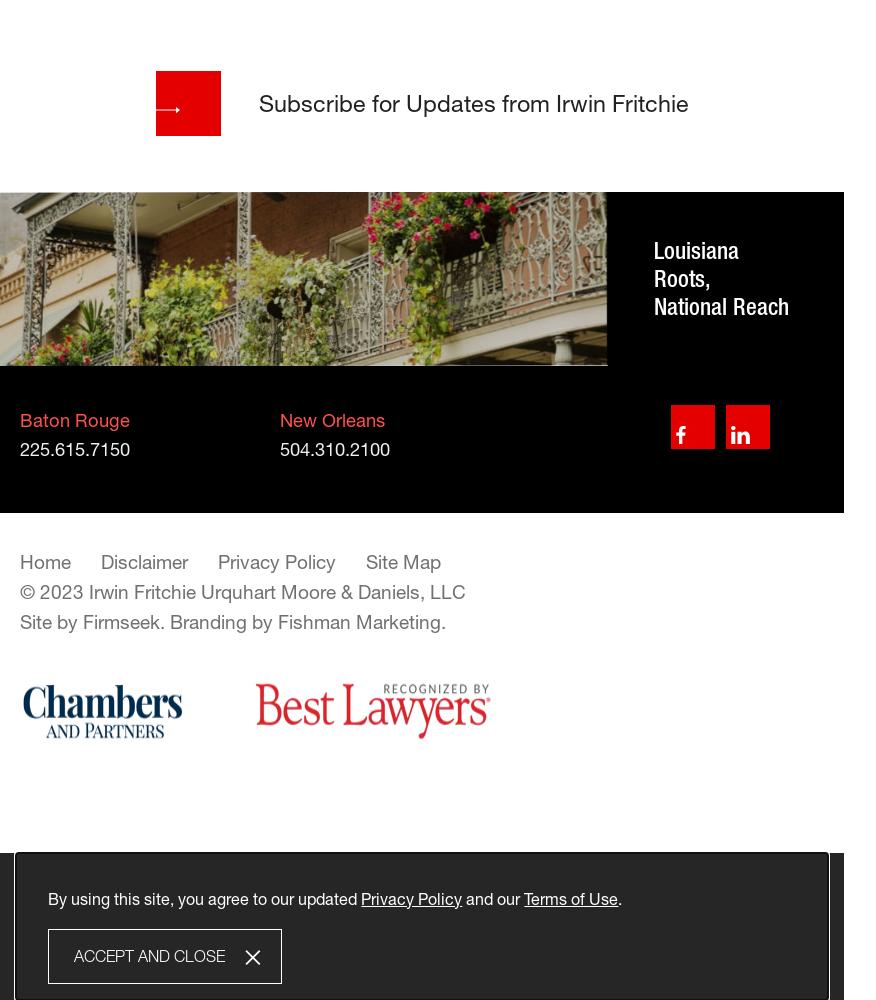 This screenshot has width=876, height=1000. Describe the element at coordinates (143, 562) in the screenshot. I see `'Disclaimer'` at that location.